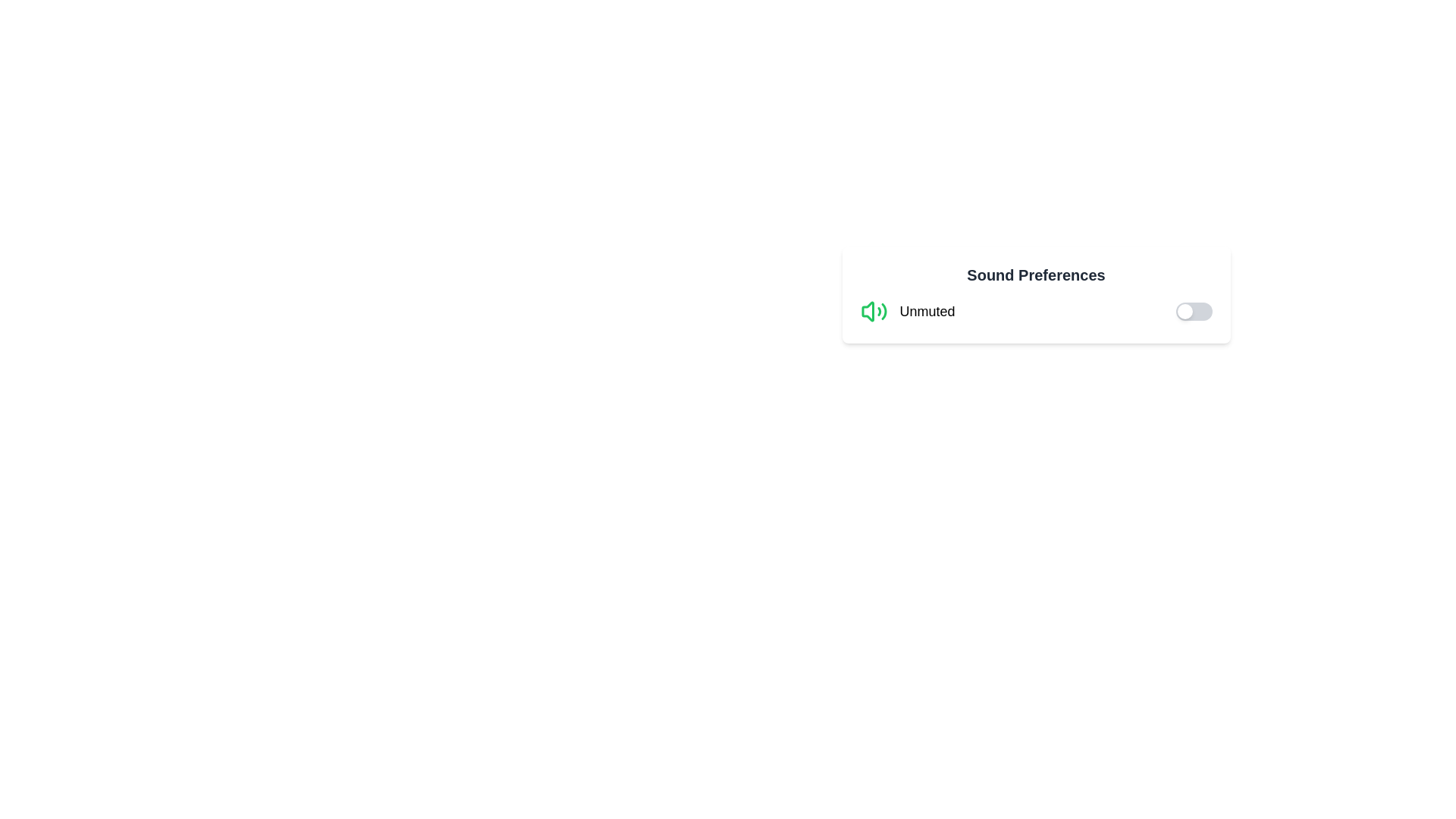  Describe the element at coordinates (1035, 311) in the screenshot. I see `the toggle switch on the sound preferences element labeled 'Unmuted' to change the sound state` at that location.